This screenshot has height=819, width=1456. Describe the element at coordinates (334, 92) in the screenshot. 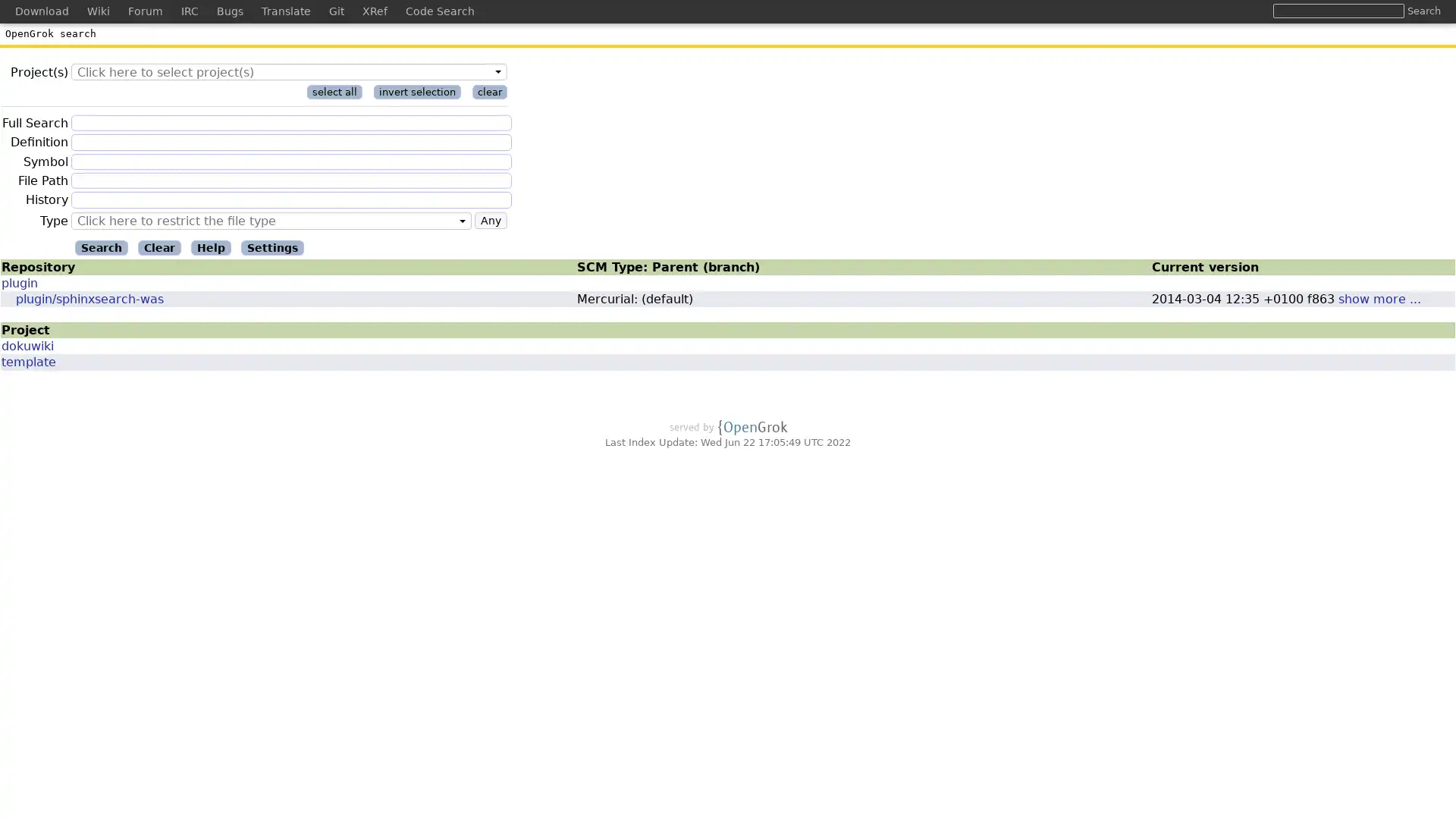

I see `select all` at that location.